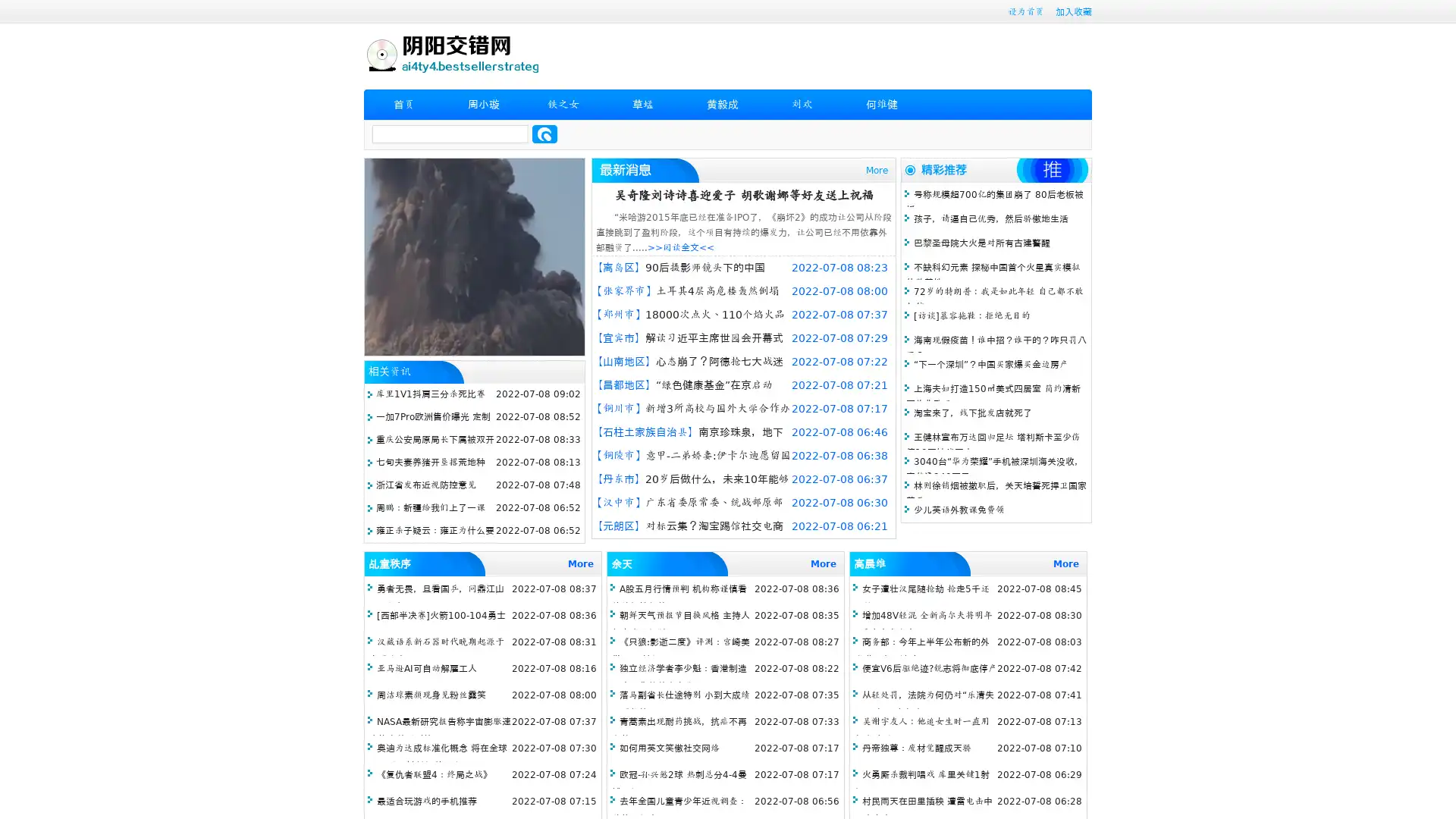 This screenshot has height=819, width=1456. Describe the element at coordinates (544, 133) in the screenshot. I see `Search` at that location.